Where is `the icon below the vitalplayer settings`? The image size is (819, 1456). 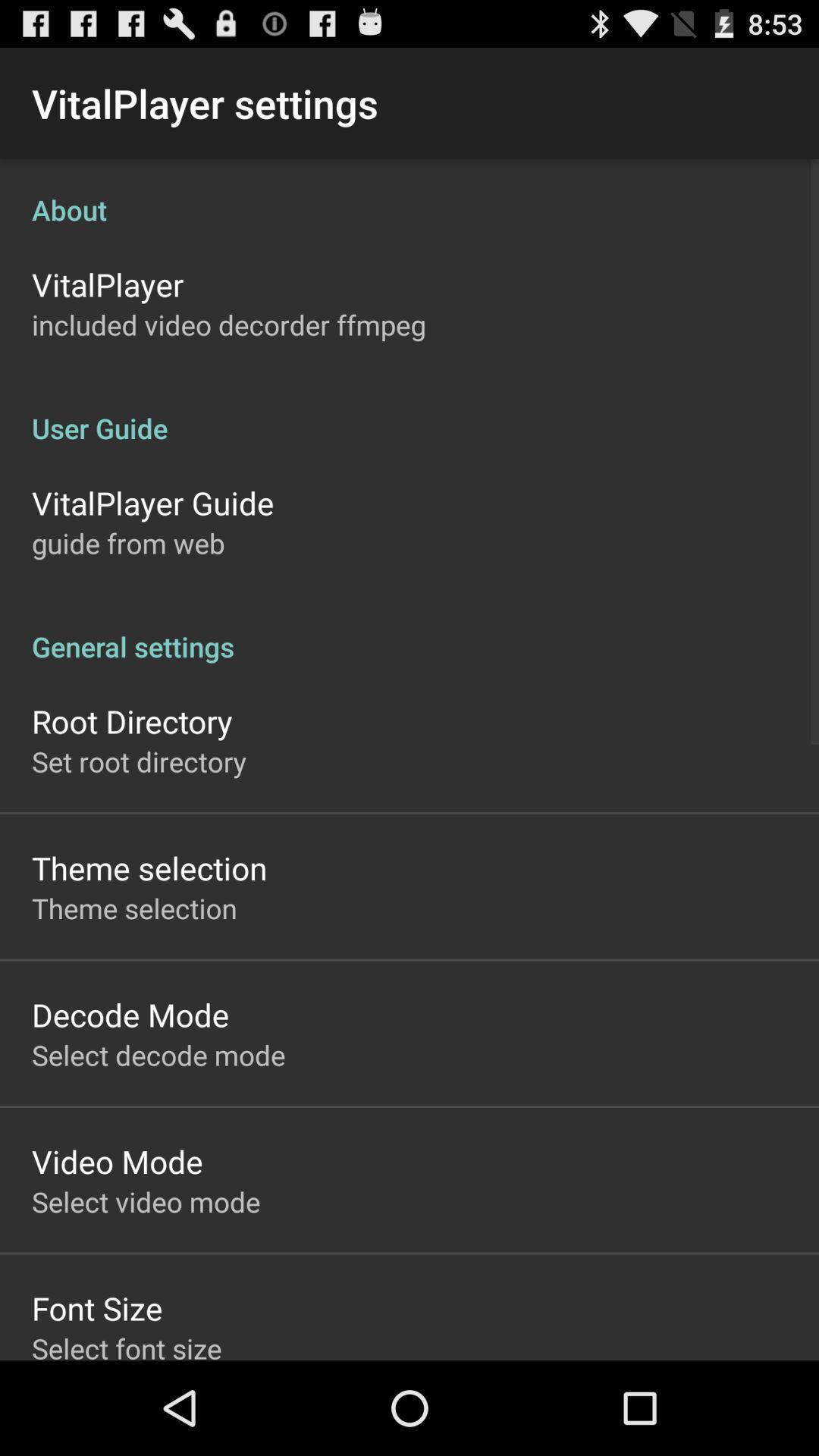
the icon below the vitalplayer settings is located at coordinates (409, 193).